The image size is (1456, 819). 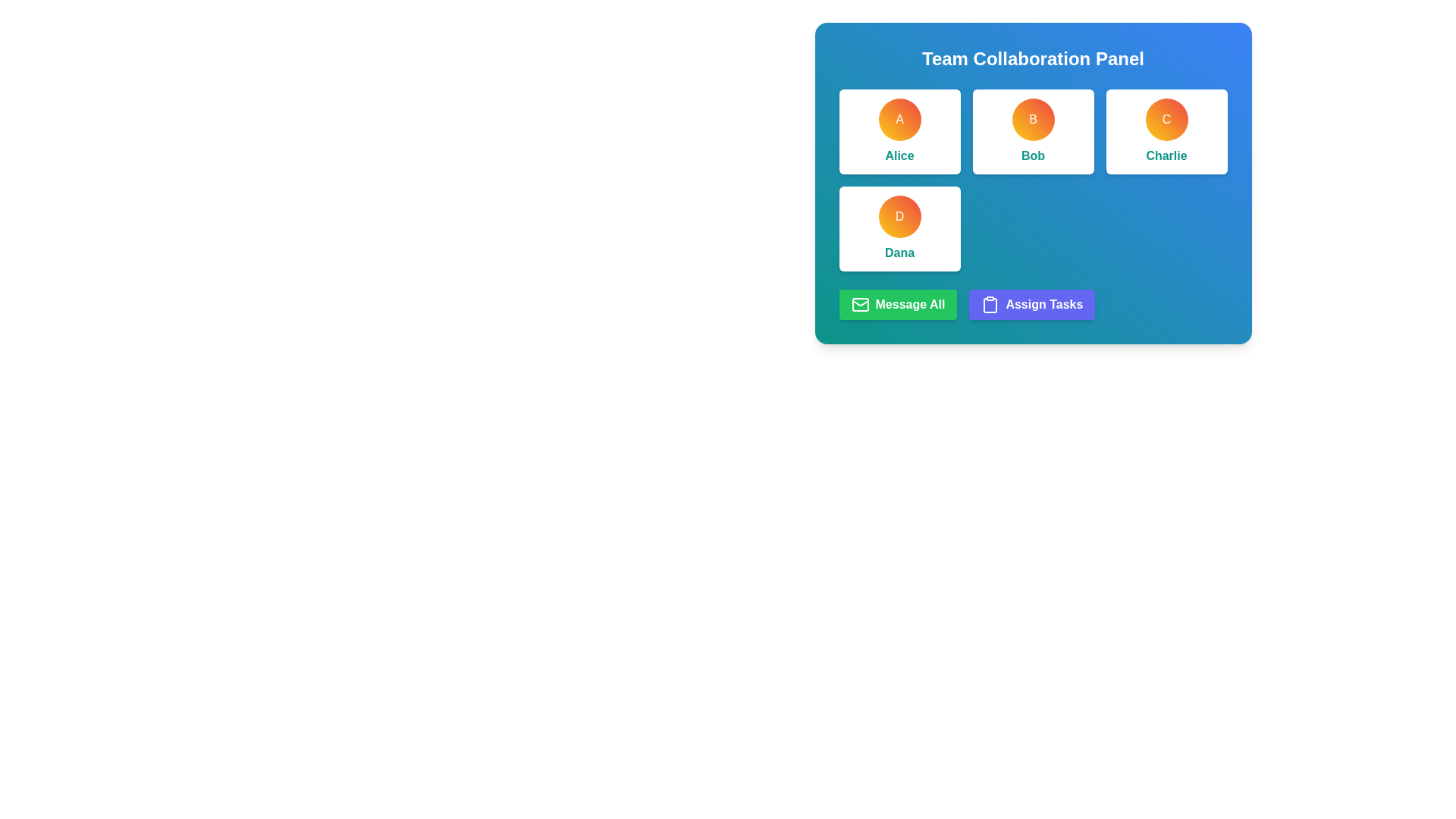 What do you see at coordinates (1032, 155) in the screenshot?
I see `the text label displaying the name 'Bob'` at bounding box center [1032, 155].